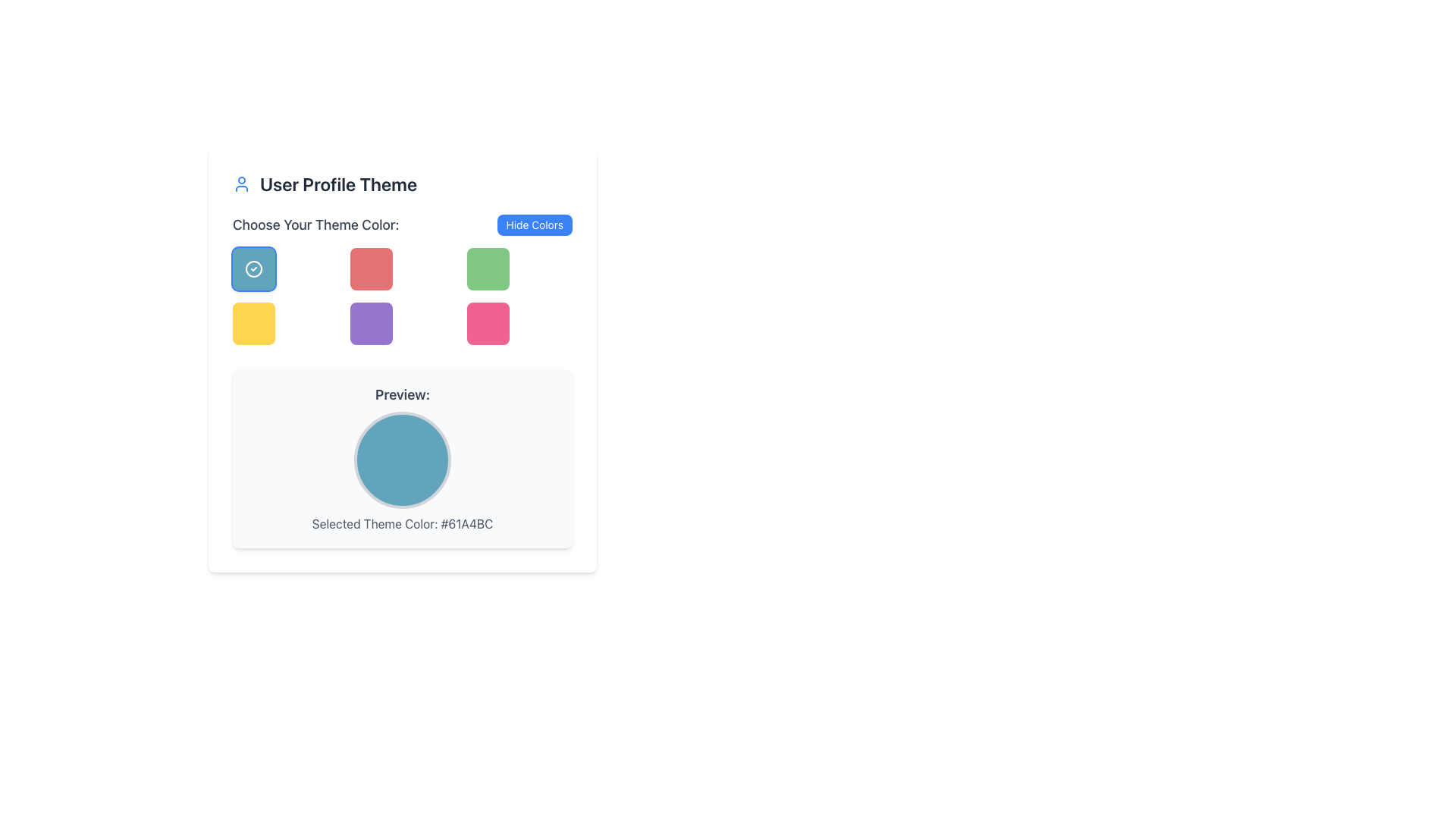  I want to click on the square button with rounded corners and a purple background, located as the second box in the third row of a nine-item grid, so click(371, 323).